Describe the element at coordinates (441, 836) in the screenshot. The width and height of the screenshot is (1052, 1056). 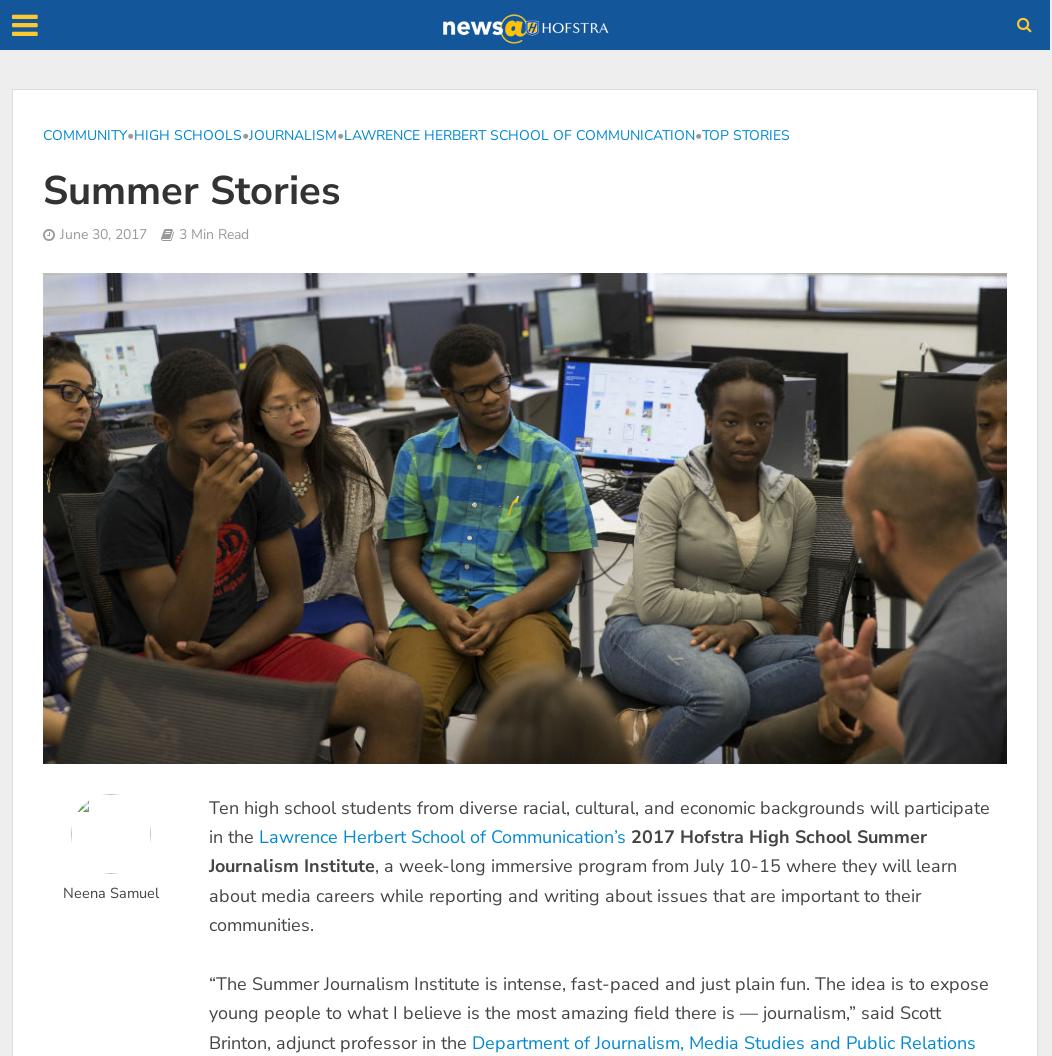
I see `'Lawrence Herbert School of Communication’s'` at that location.